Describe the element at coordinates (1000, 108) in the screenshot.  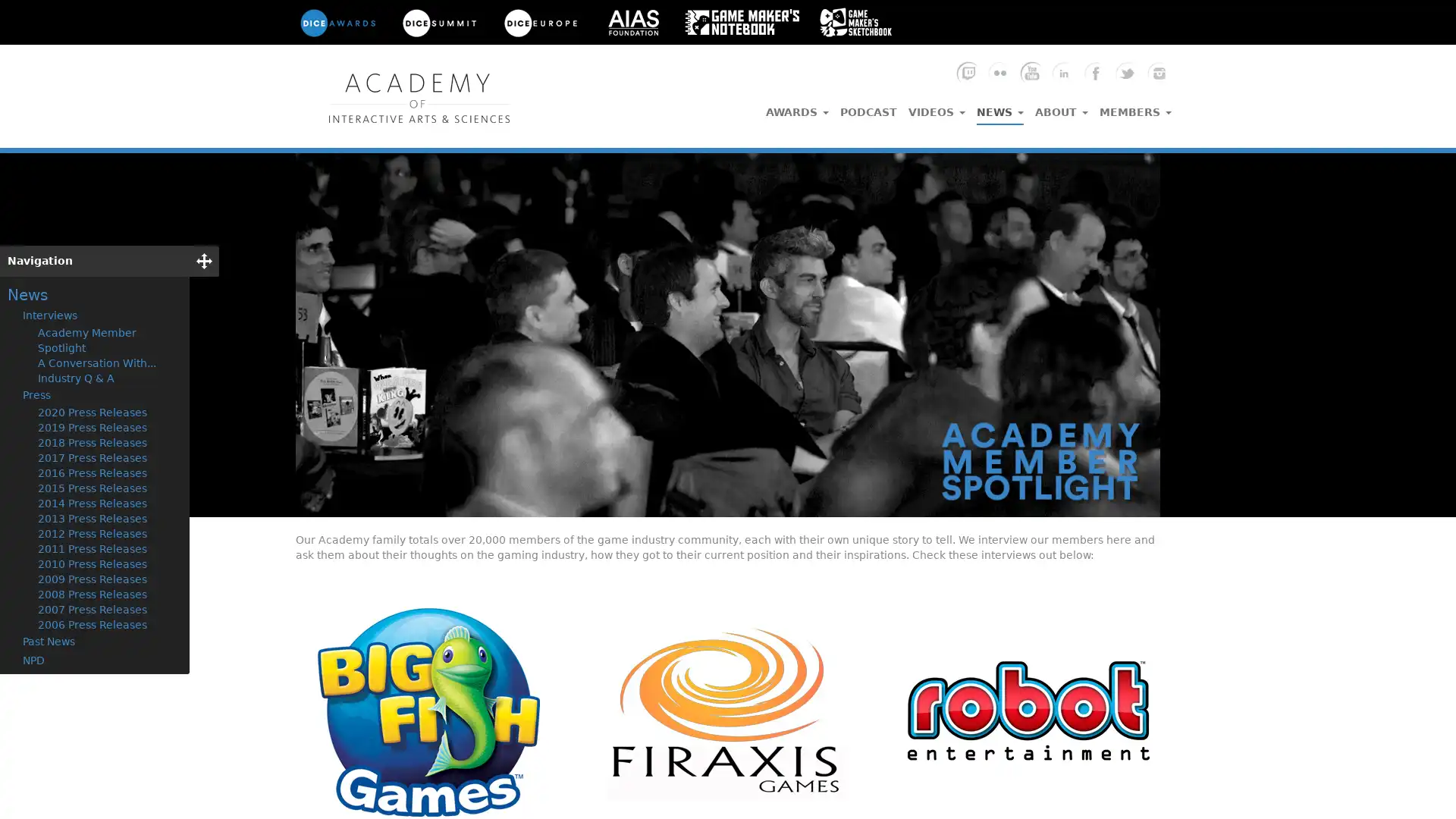
I see `NEWS` at that location.